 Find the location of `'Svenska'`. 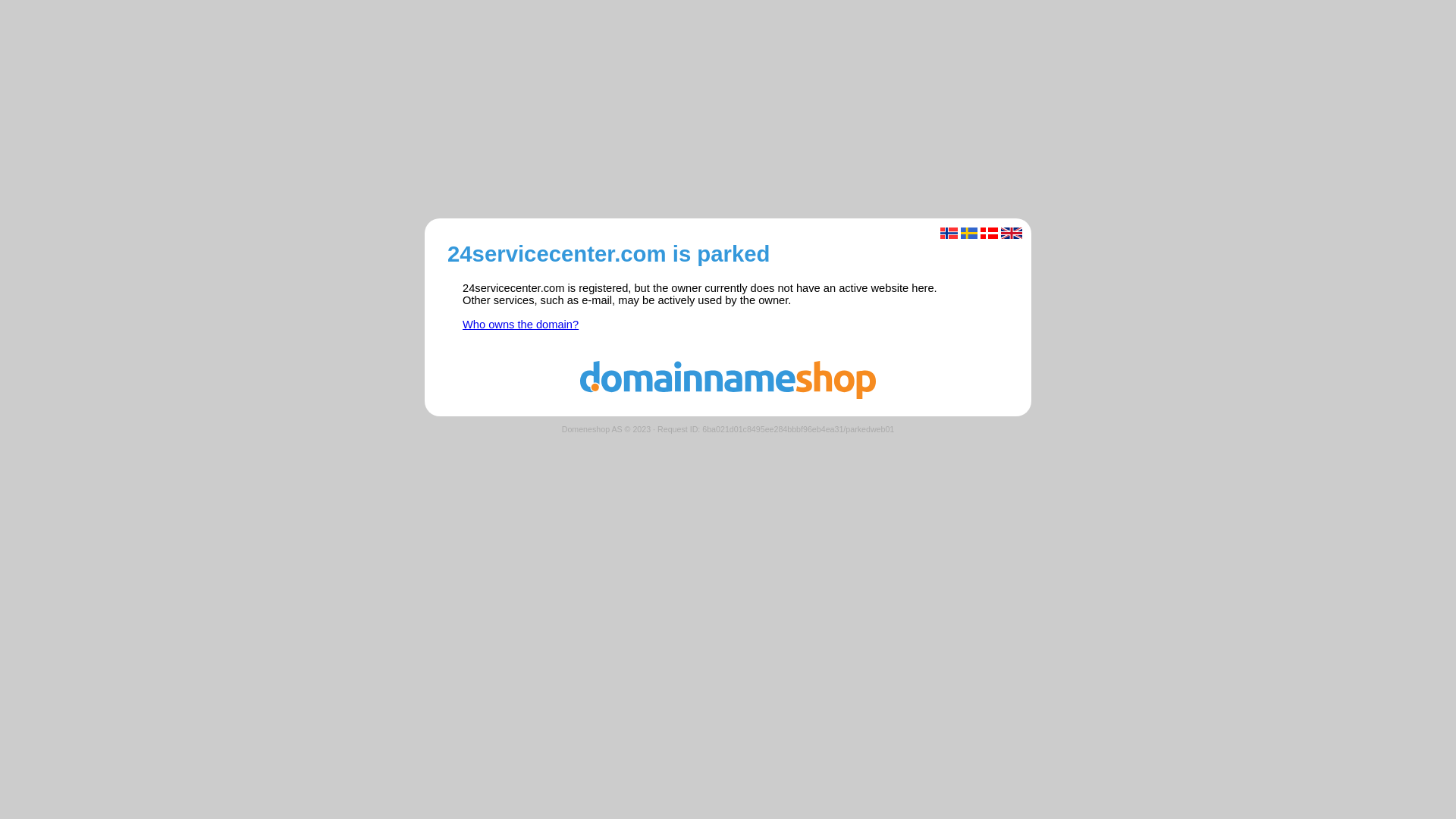

'Svenska' is located at coordinates (959, 233).